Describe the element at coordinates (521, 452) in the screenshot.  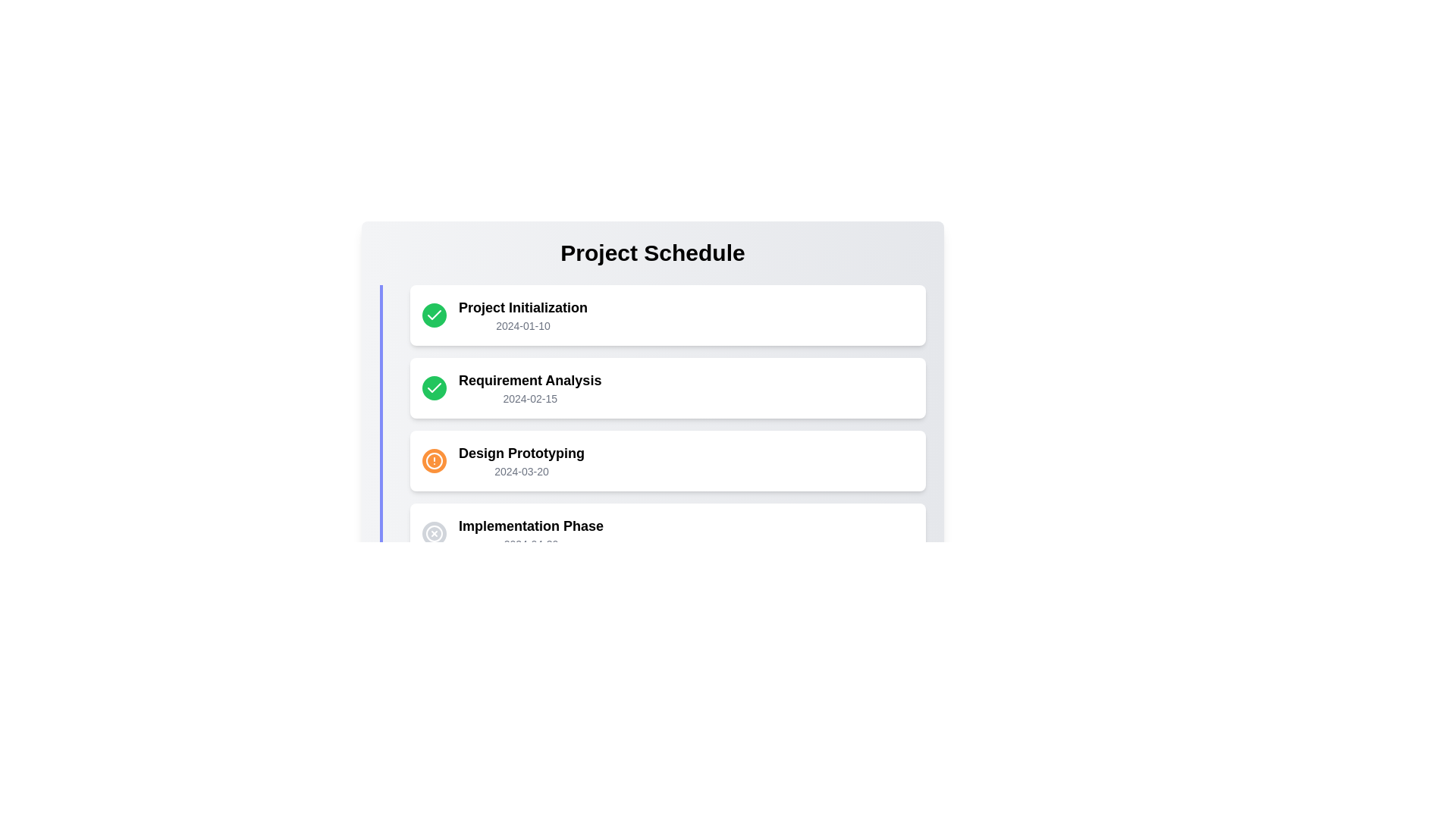
I see `the label element titled 'Design Prototyping', which is located above the date '2024-03-20' in the schedule` at that location.